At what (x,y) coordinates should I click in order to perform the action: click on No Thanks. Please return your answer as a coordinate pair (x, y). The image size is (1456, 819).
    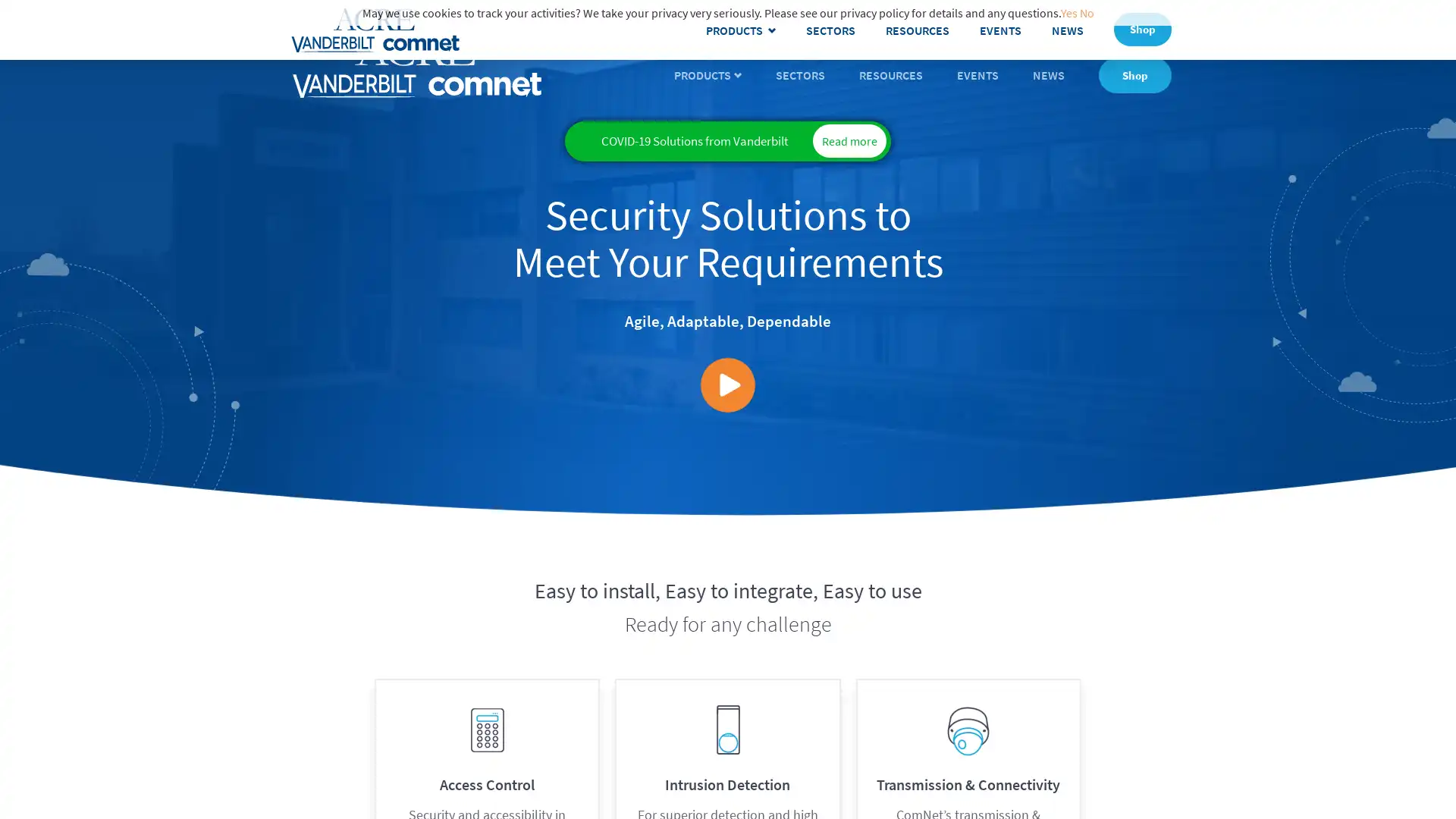
    Looking at the image, I should click on (1326, 786).